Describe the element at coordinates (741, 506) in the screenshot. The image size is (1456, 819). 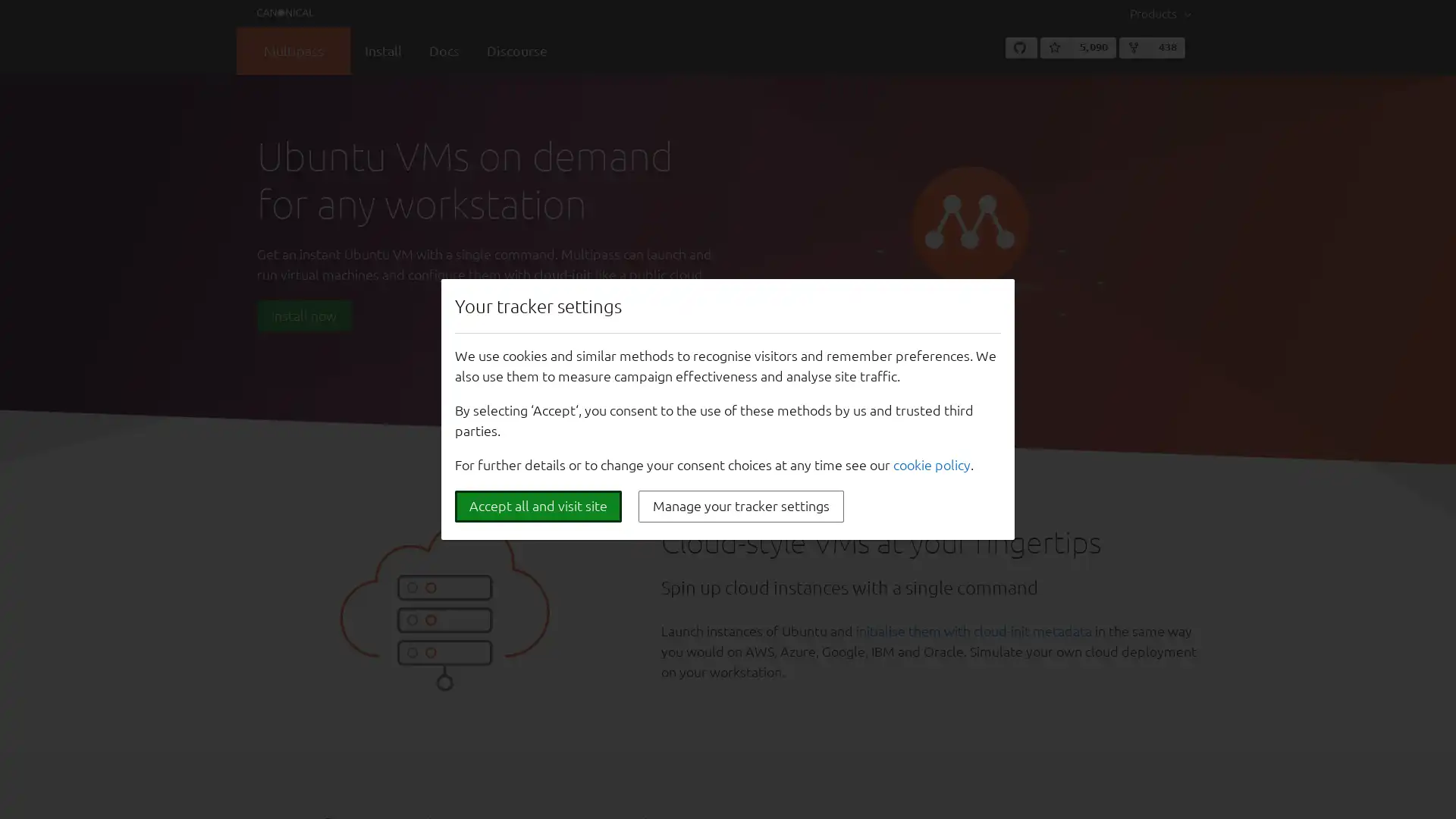
I see `Manage your tracker settings` at that location.